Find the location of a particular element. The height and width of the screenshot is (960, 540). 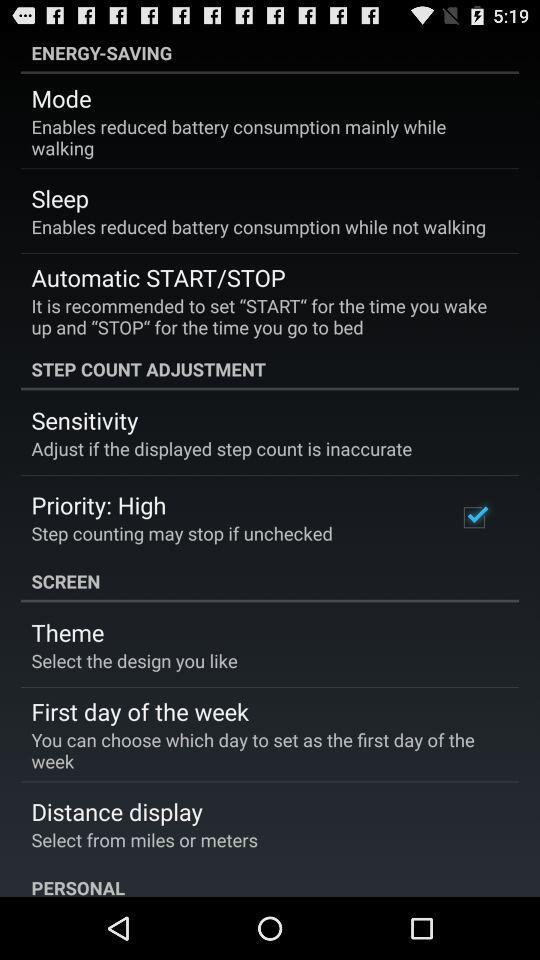

the app next to the step counting may icon is located at coordinates (473, 516).